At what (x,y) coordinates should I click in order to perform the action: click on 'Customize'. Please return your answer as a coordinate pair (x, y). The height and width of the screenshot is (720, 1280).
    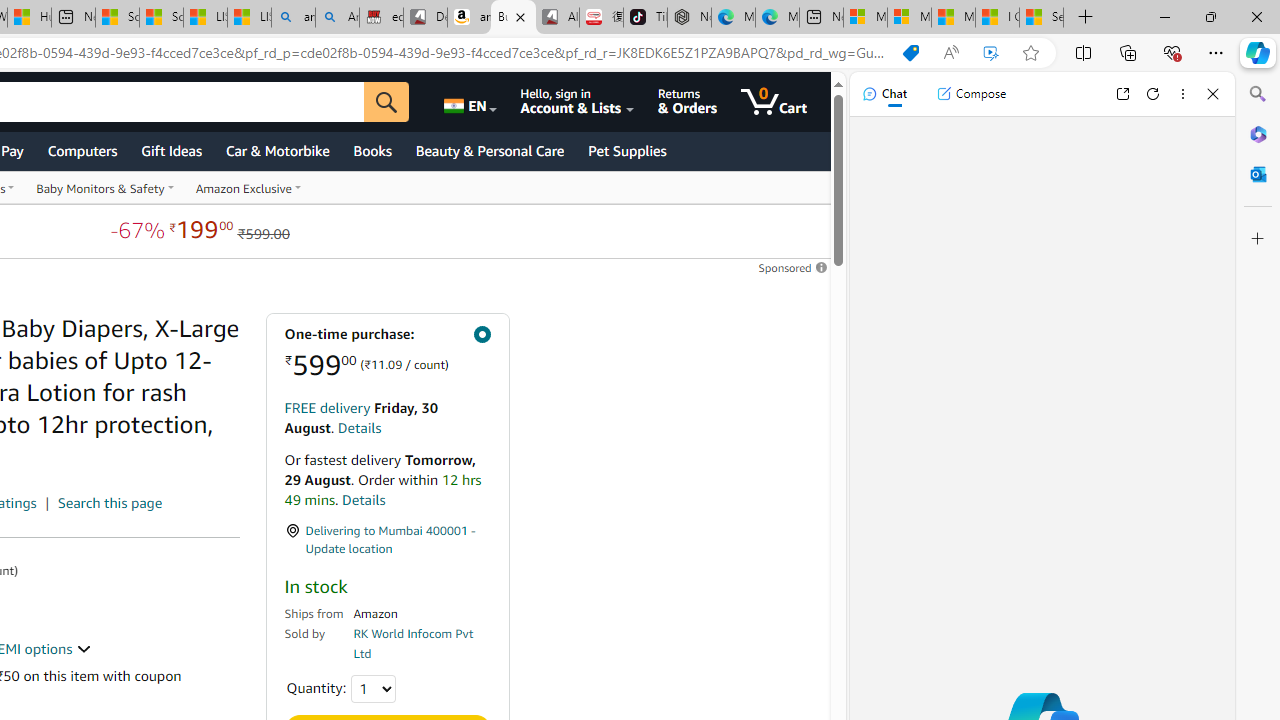
    Looking at the image, I should click on (1257, 238).